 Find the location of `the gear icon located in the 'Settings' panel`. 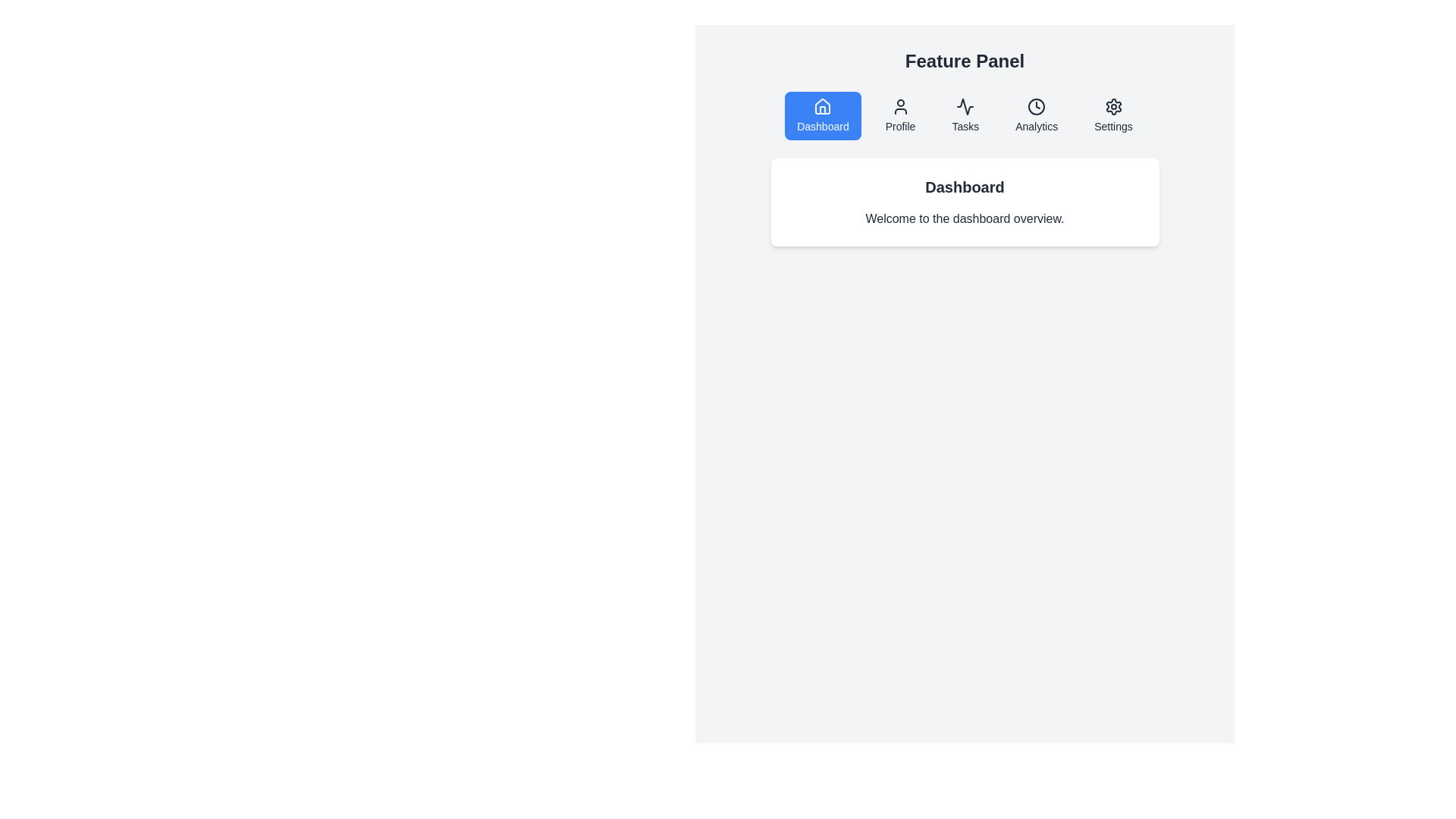

the gear icon located in the 'Settings' panel is located at coordinates (1113, 106).